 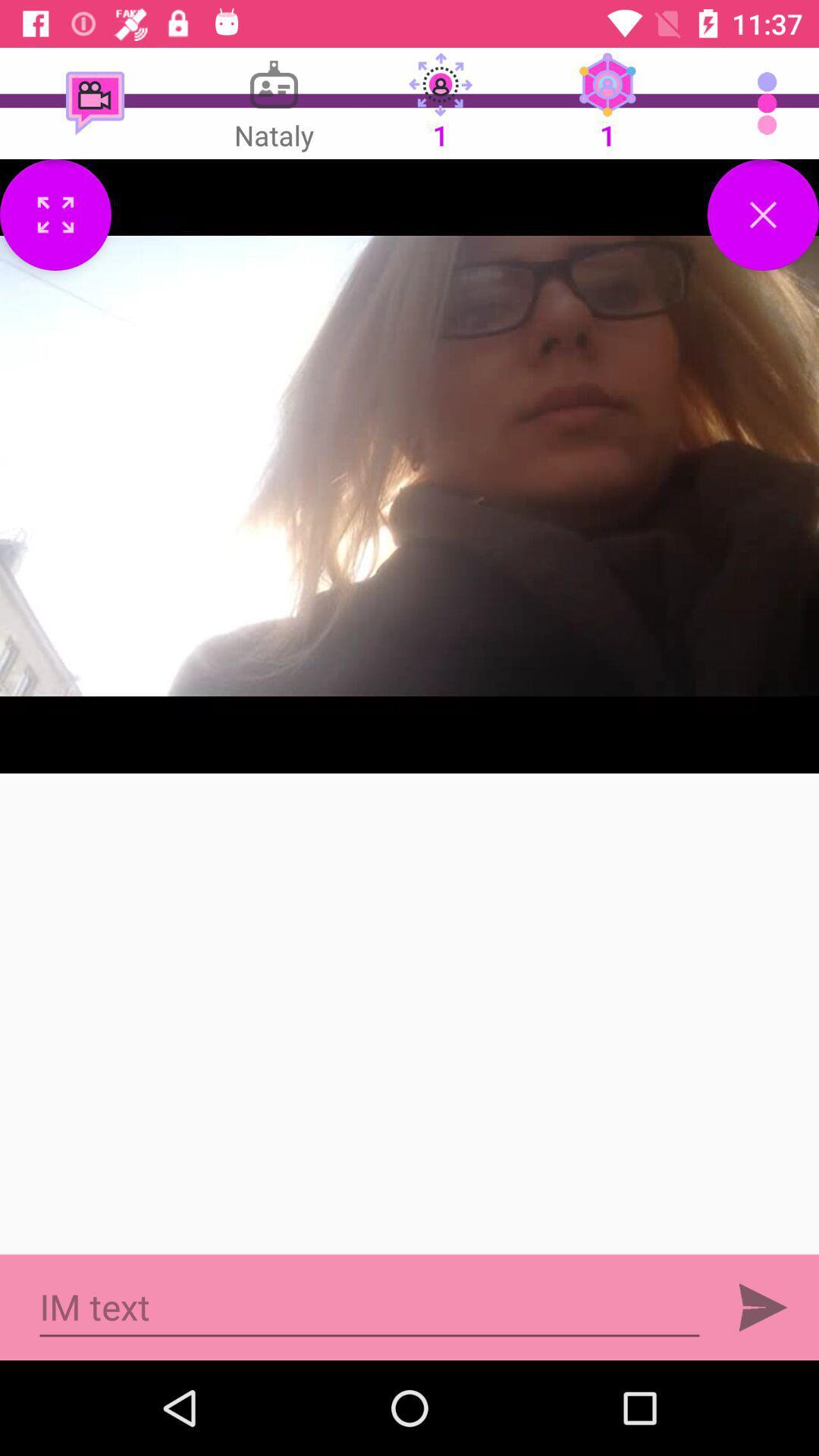 I want to click on forward, so click(x=763, y=1307).